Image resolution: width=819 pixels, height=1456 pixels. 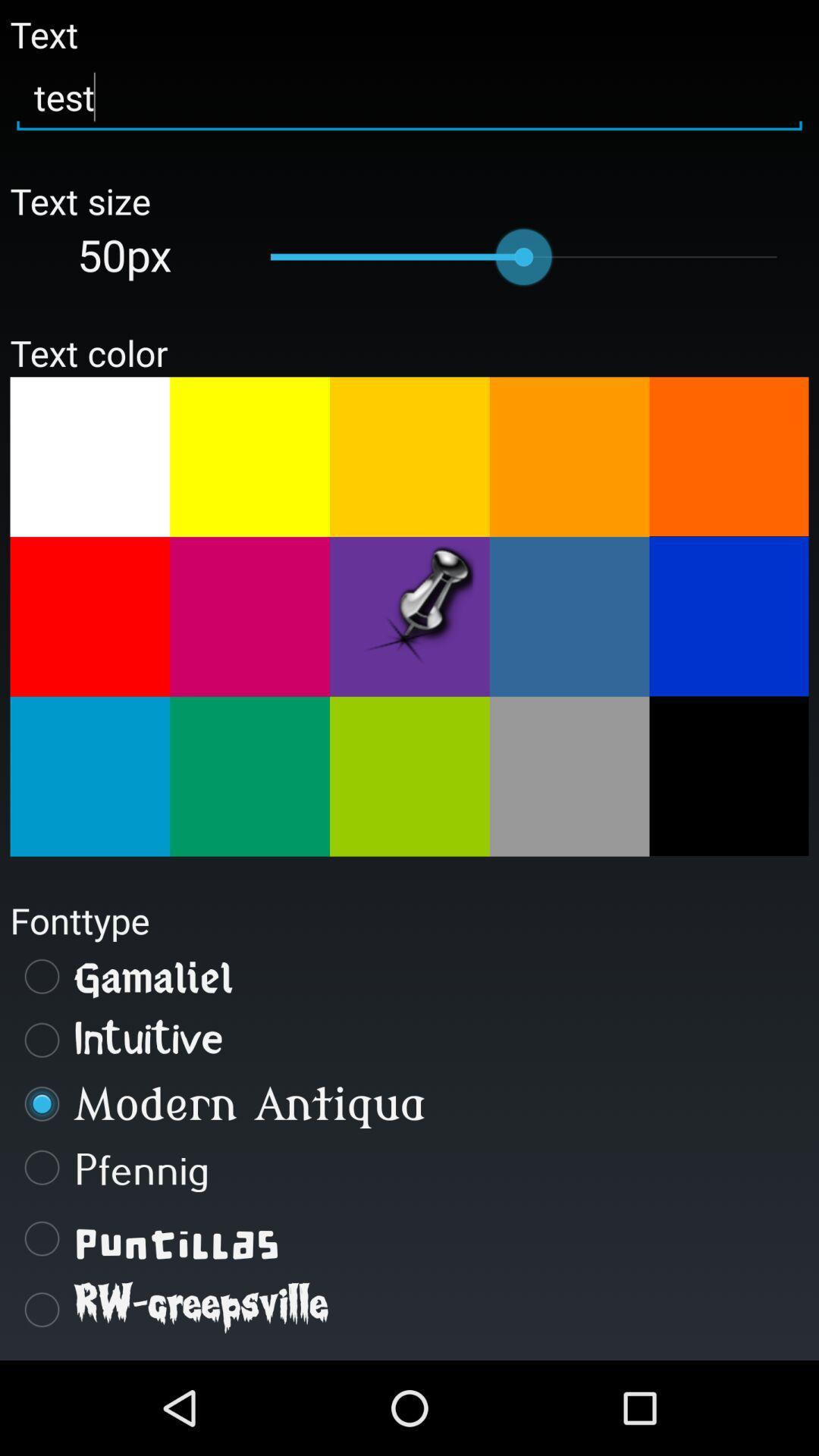 I want to click on orange colour, so click(x=89, y=617).